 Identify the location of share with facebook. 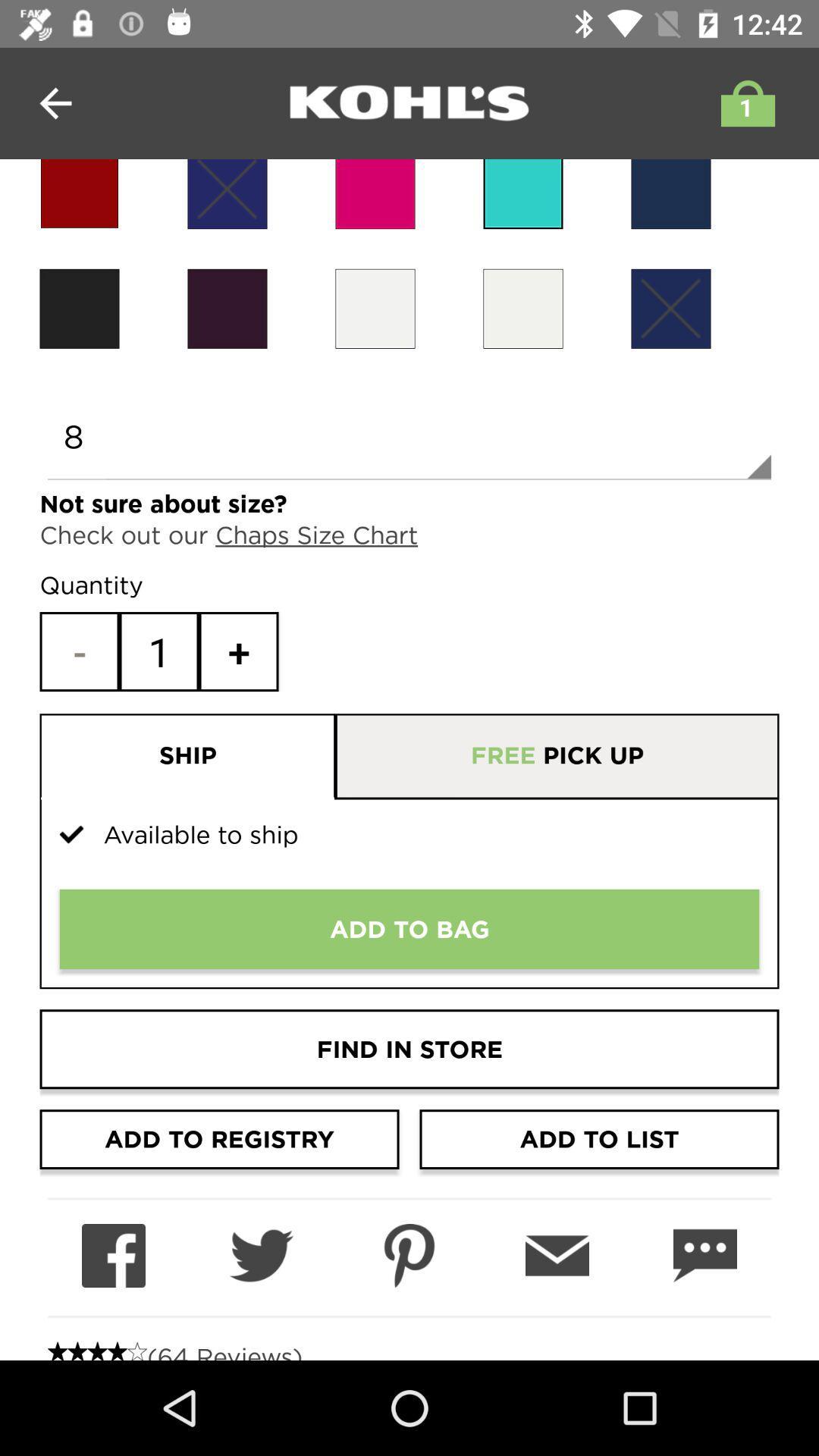
(113, 1256).